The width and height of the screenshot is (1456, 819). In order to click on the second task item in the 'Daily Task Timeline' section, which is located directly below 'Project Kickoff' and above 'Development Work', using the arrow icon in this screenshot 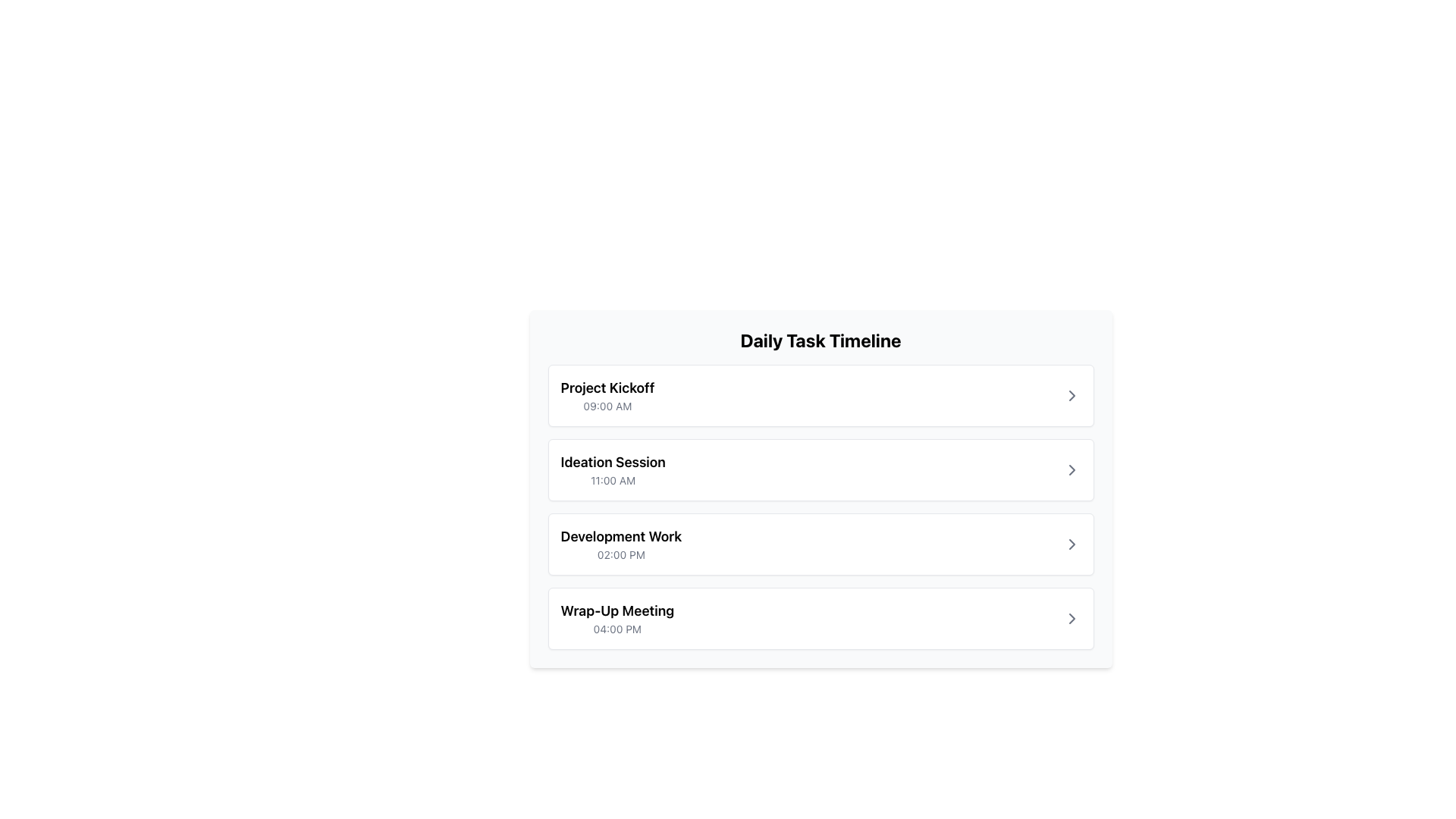, I will do `click(820, 469)`.